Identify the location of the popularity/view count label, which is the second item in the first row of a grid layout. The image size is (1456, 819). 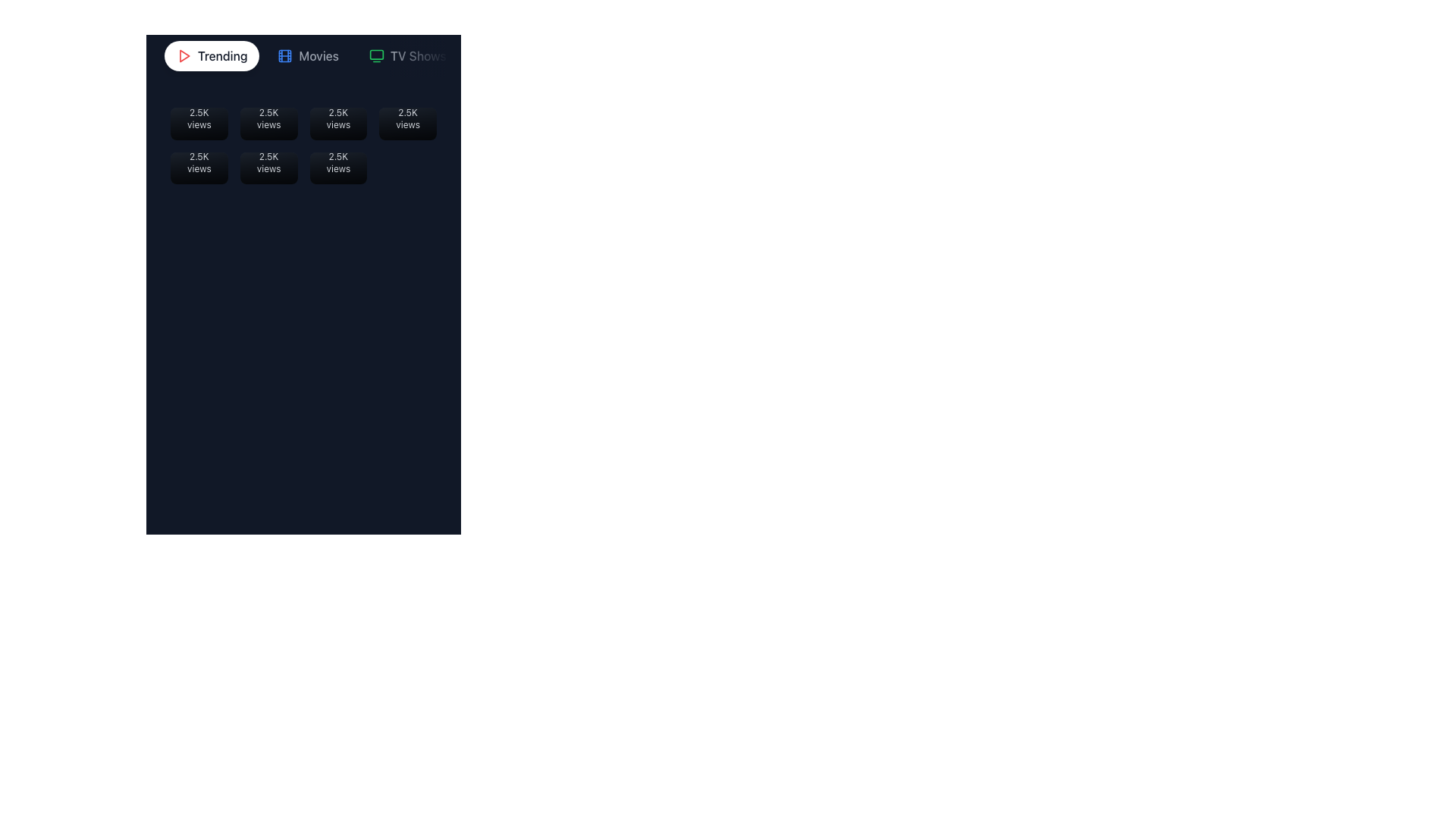
(268, 123).